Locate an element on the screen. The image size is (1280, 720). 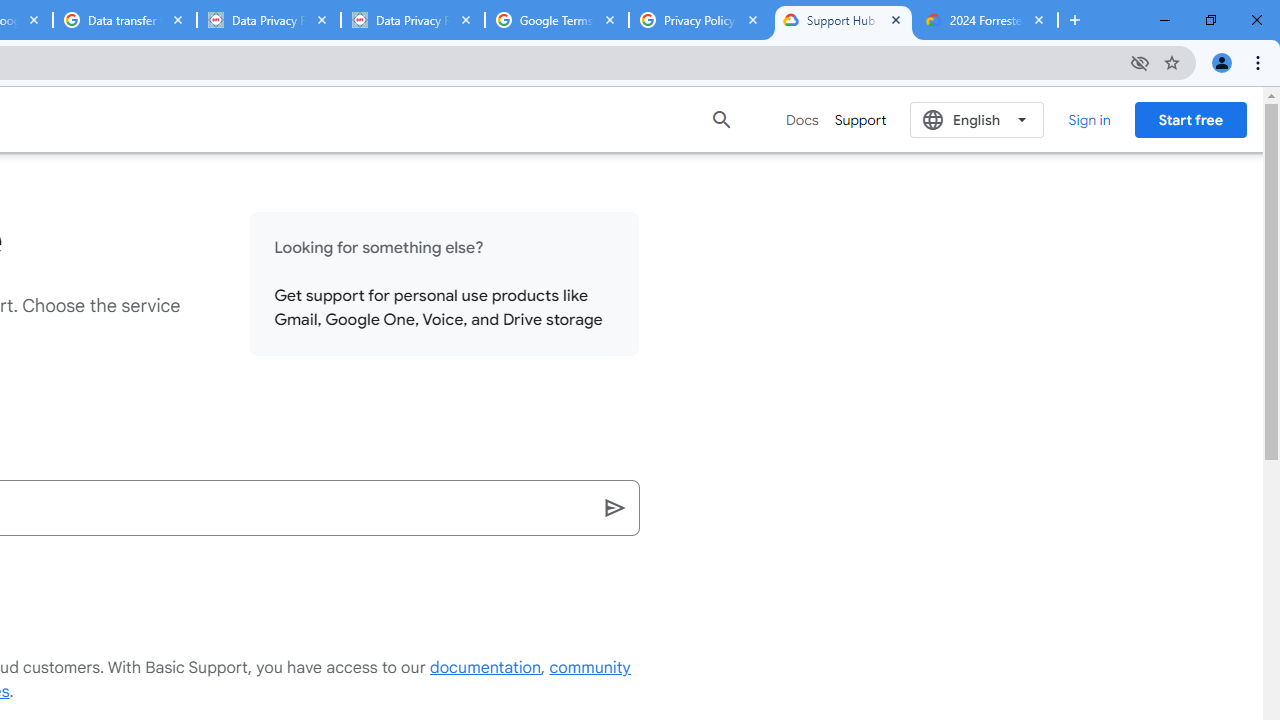
'Sign in' is located at coordinates (1088, 119).